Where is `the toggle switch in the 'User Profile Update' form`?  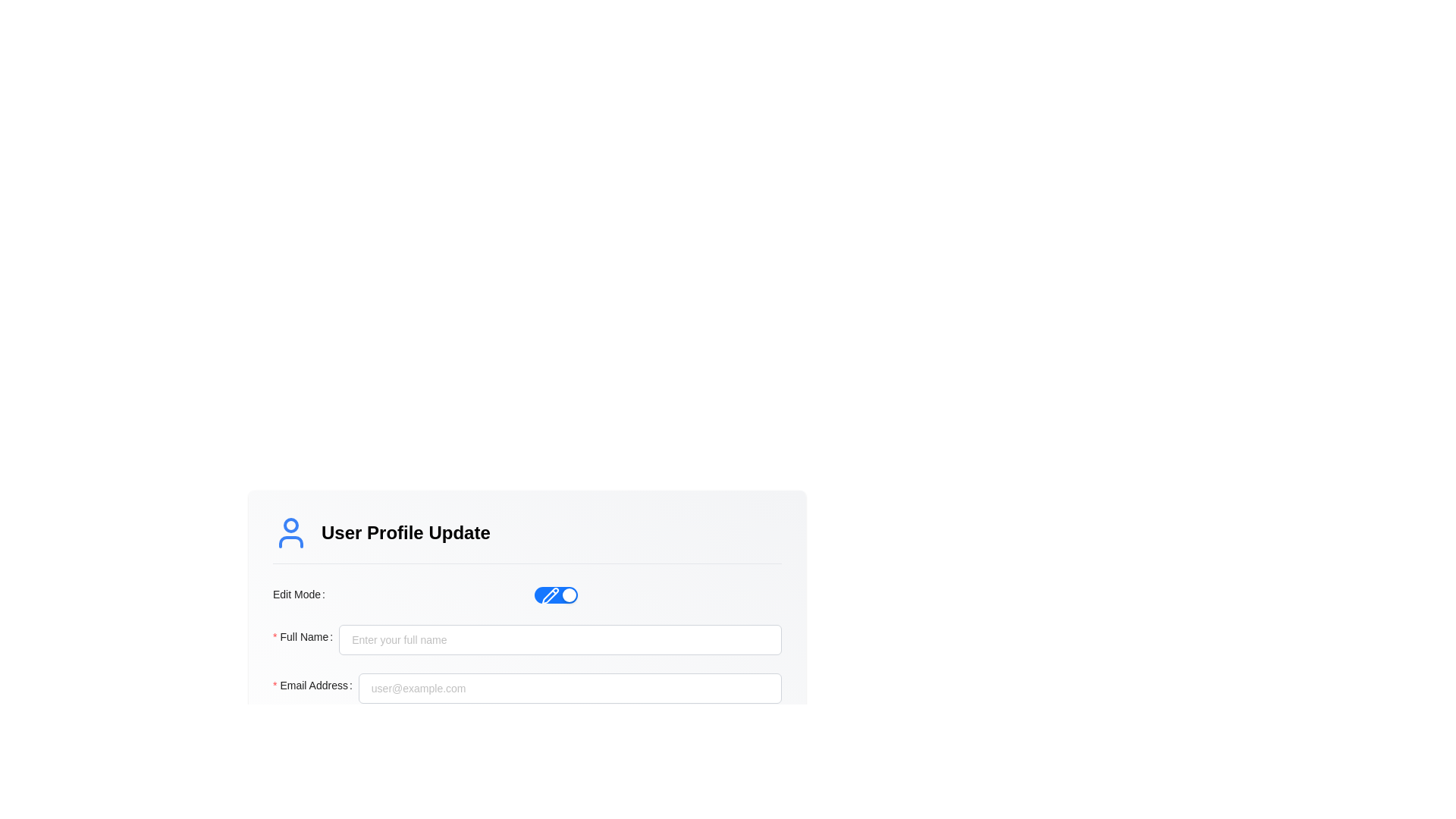
the toggle switch in the 'User Profile Update' form is located at coordinates (527, 593).